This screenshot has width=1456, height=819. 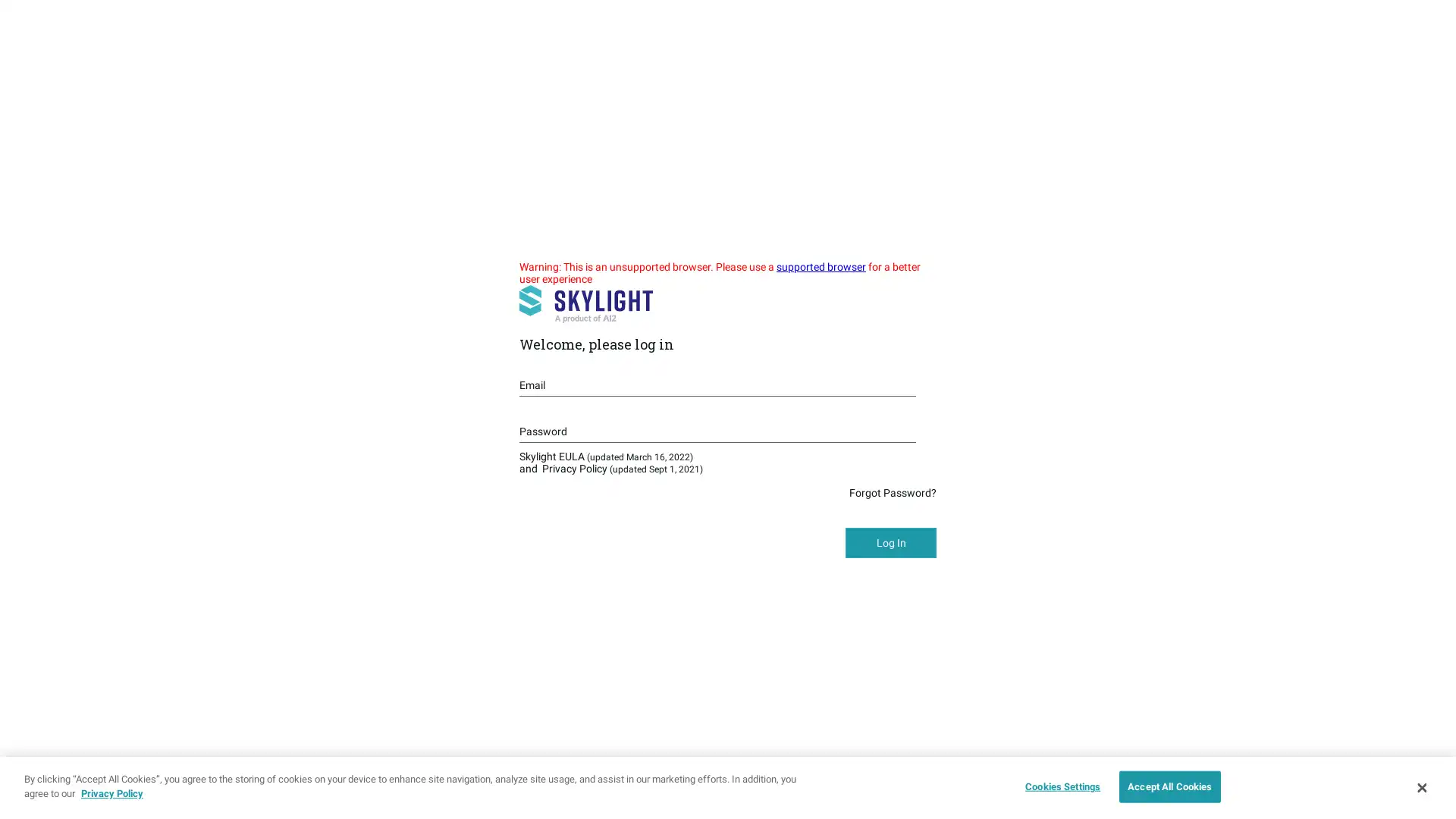 I want to click on Cookies Settings, so click(x=1058, y=786).